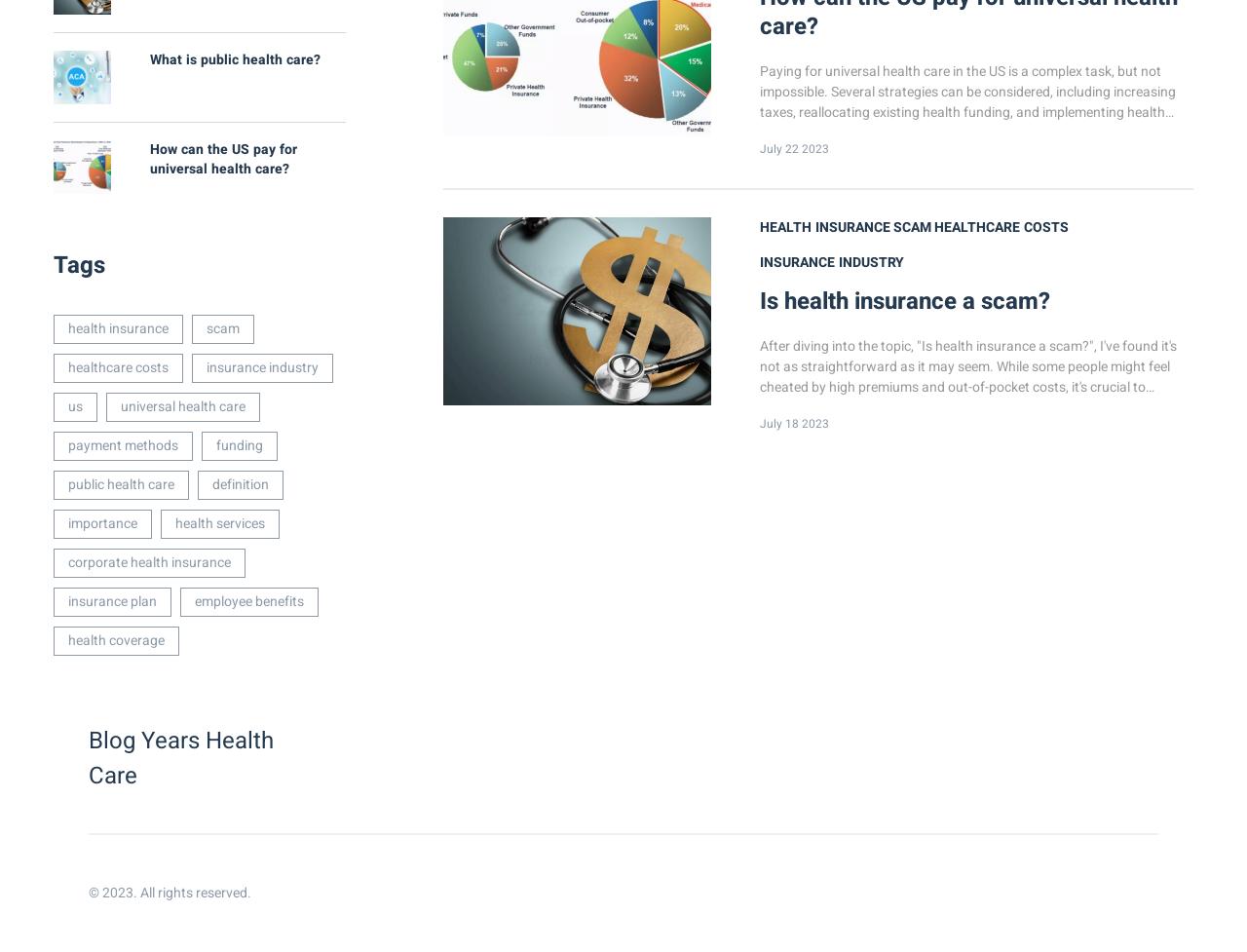  I want to click on 'Tags', so click(78, 264).